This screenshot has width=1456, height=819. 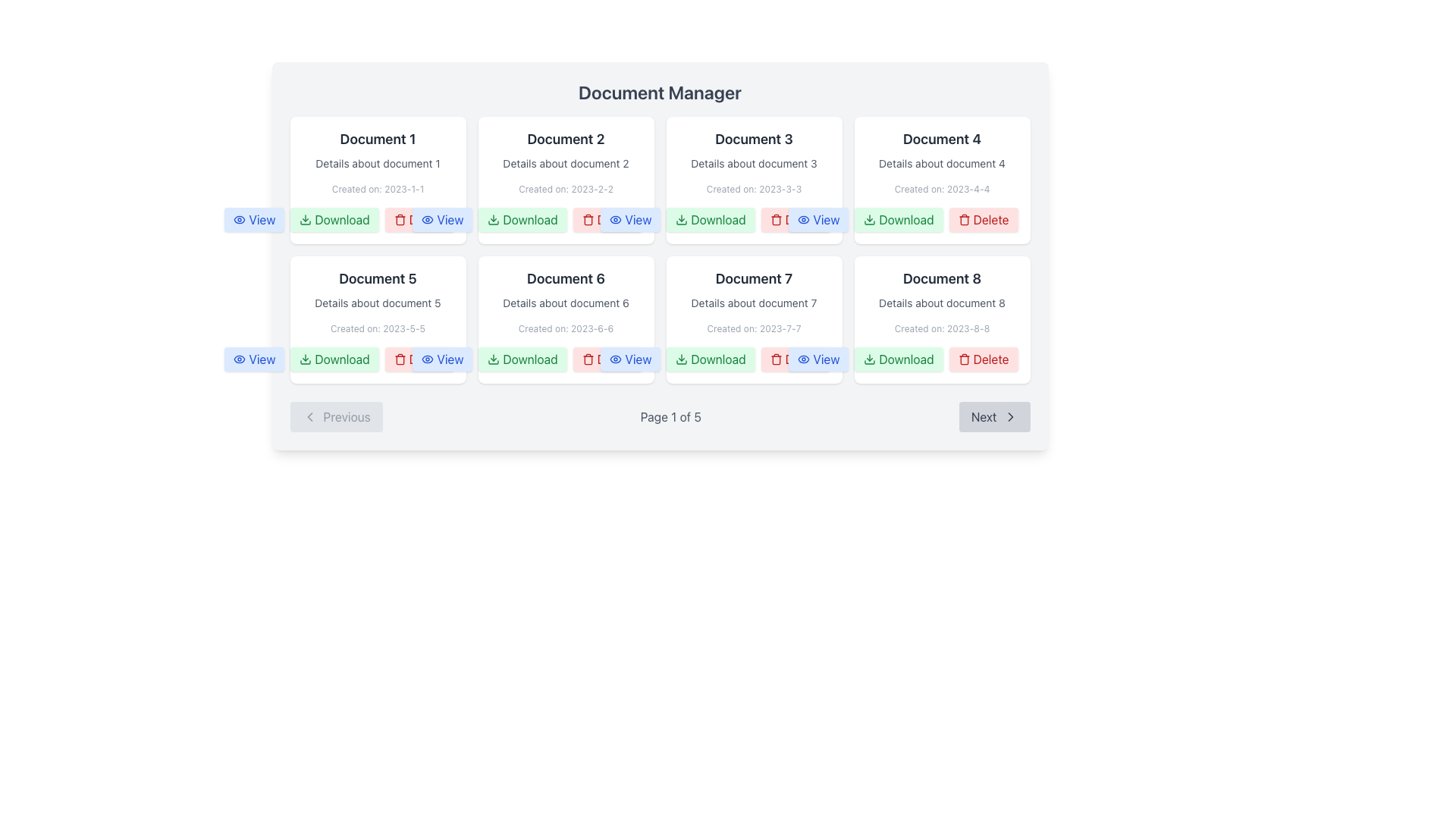 What do you see at coordinates (899, 359) in the screenshot?
I see `the 'Download' button with a green background and text, located in the options section of the 'Document 8' card` at bounding box center [899, 359].